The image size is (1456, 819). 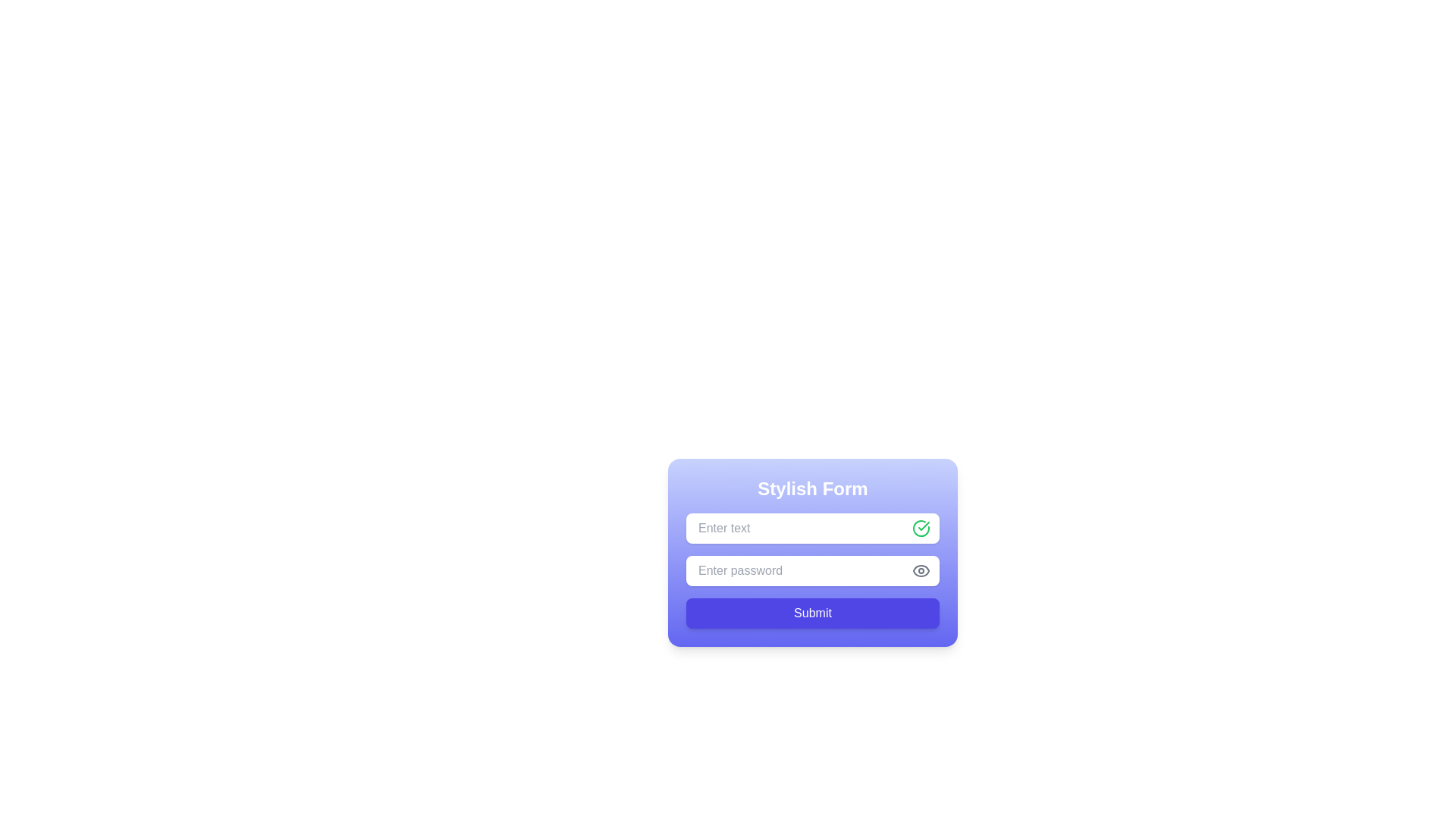 What do you see at coordinates (811, 488) in the screenshot?
I see `the Text label or heading at the top center of the form, which serves as the title conveying its purpose to users` at bounding box center [811, 488].